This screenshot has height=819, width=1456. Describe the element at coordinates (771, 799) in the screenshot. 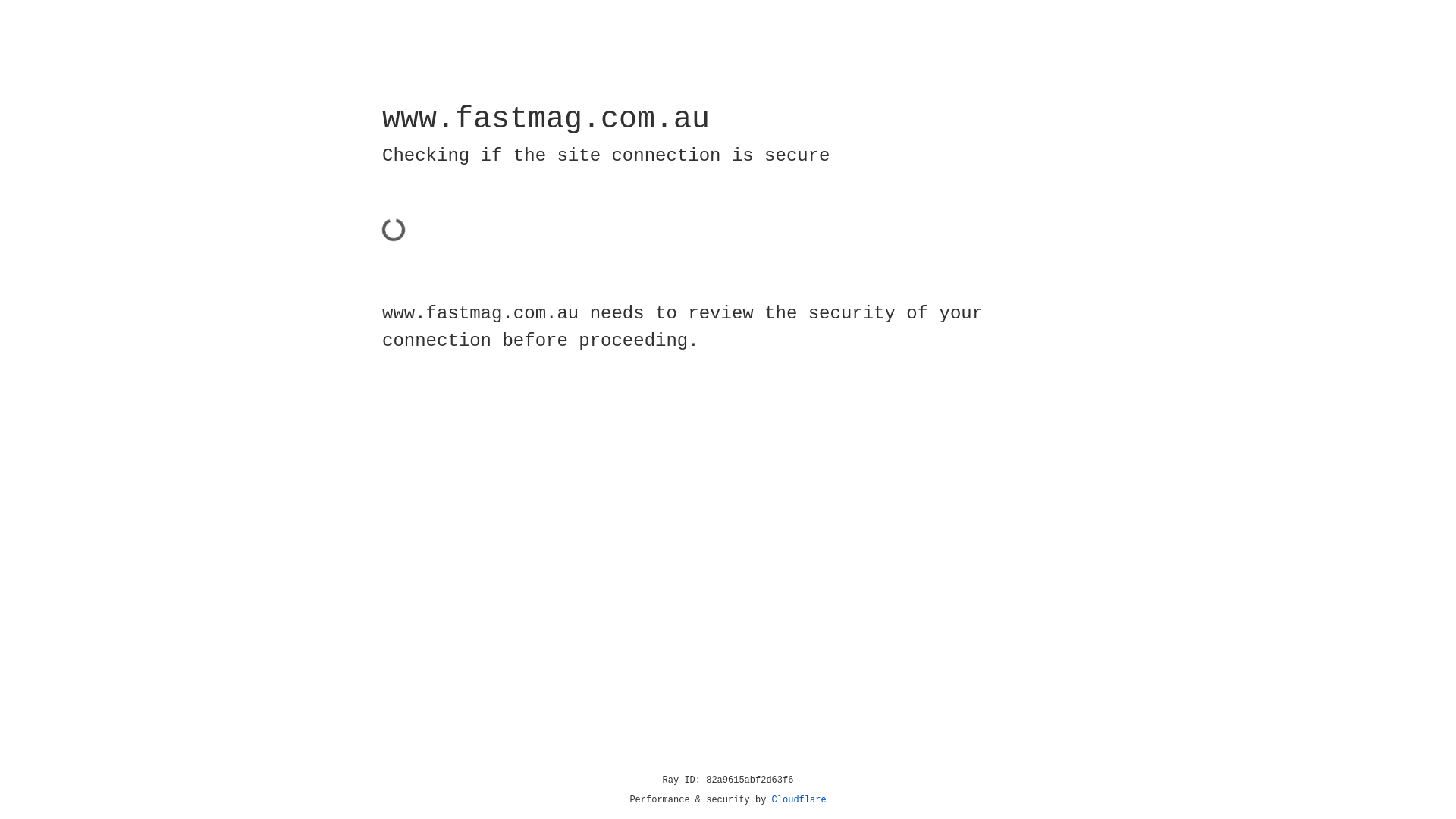

I see `'Cloudflare'` at that location.